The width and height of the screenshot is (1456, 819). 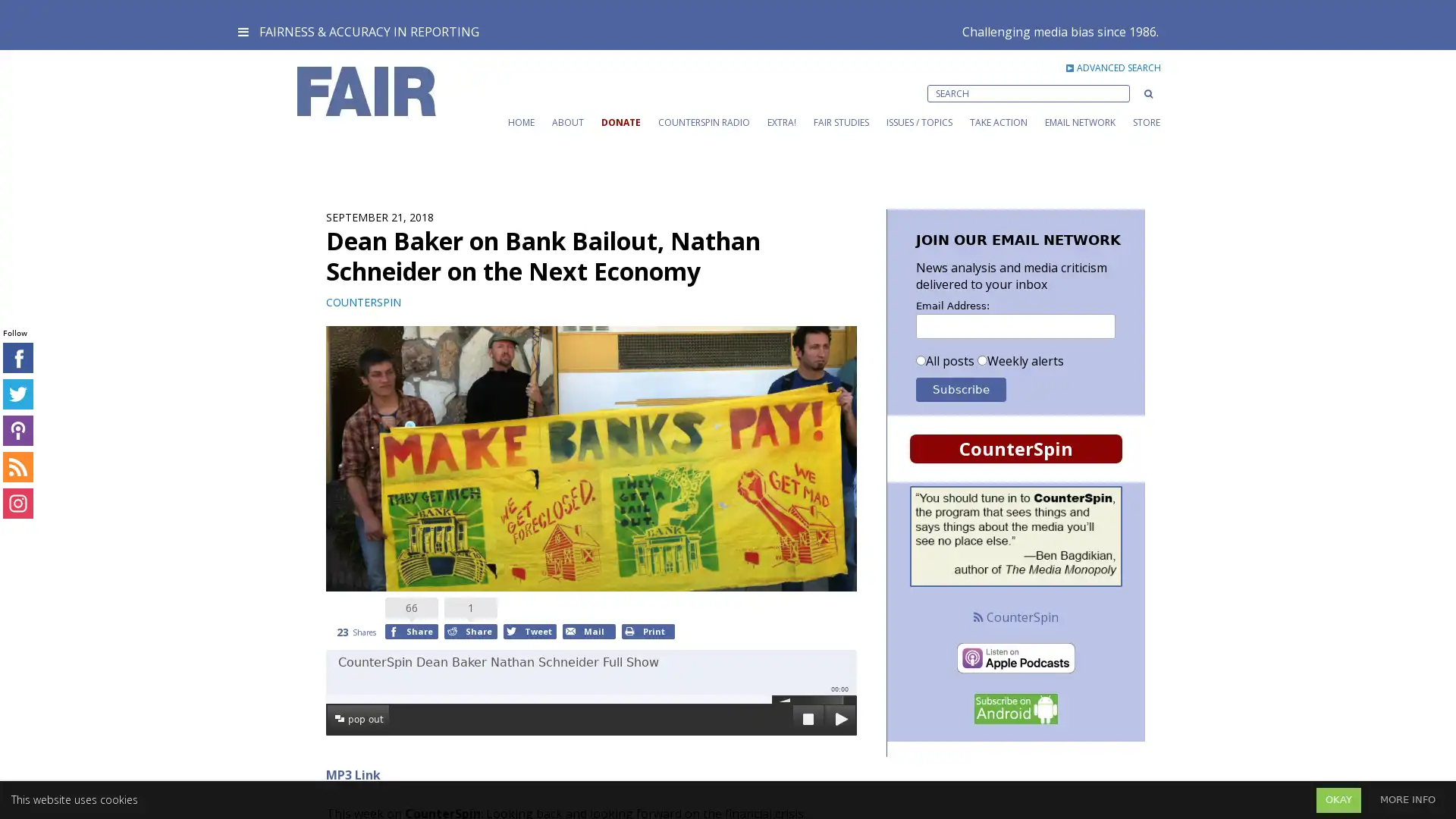 I want to click on Share to Facebook, so click(x=411, y=607).